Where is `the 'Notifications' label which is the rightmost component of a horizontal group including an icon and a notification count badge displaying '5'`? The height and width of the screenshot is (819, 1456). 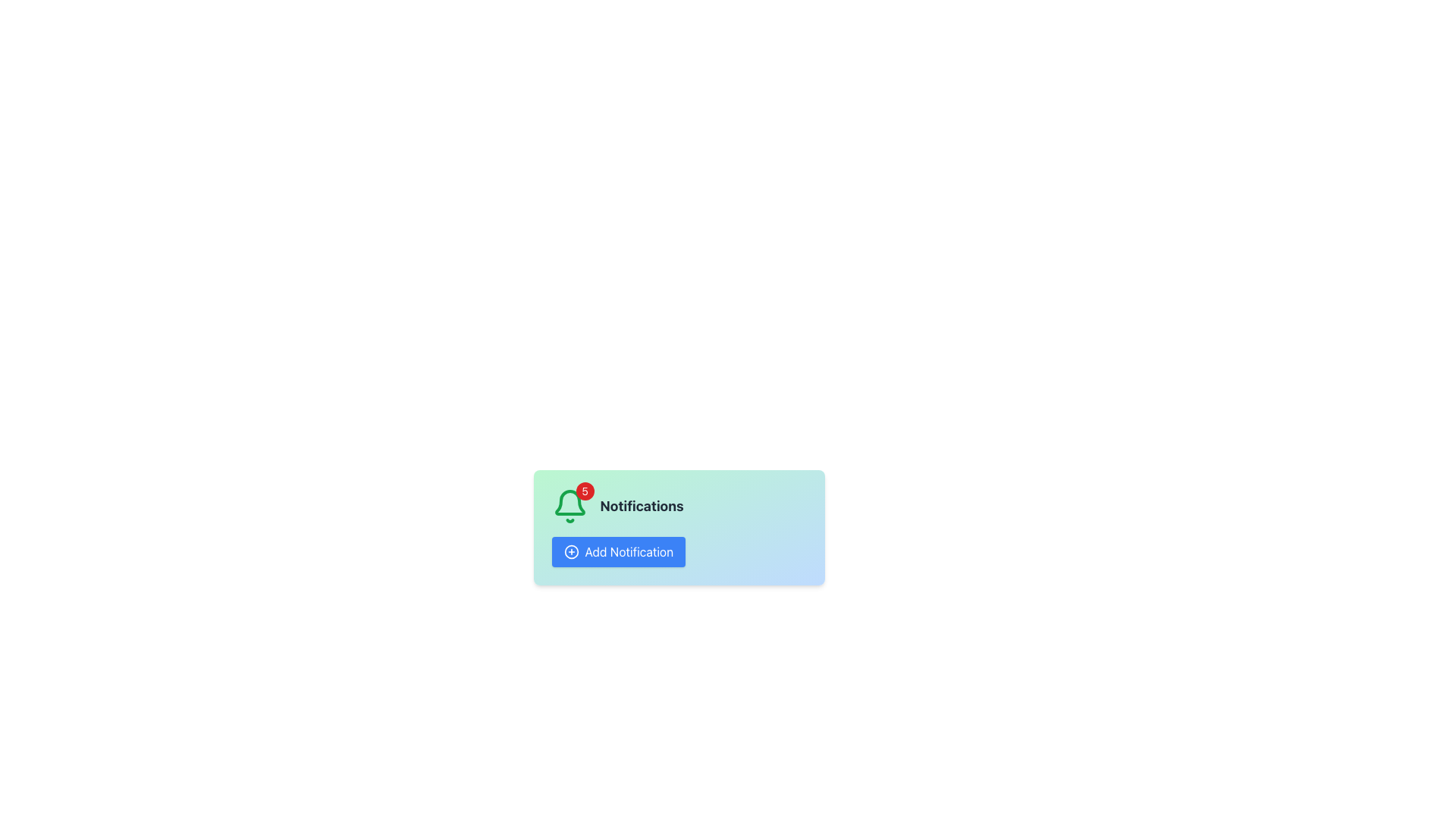
the 'Notifications' label which is the rightmost component of a horizontal group including an icon and a notification count badge displaying '5' is located at coordinates (642, 506).